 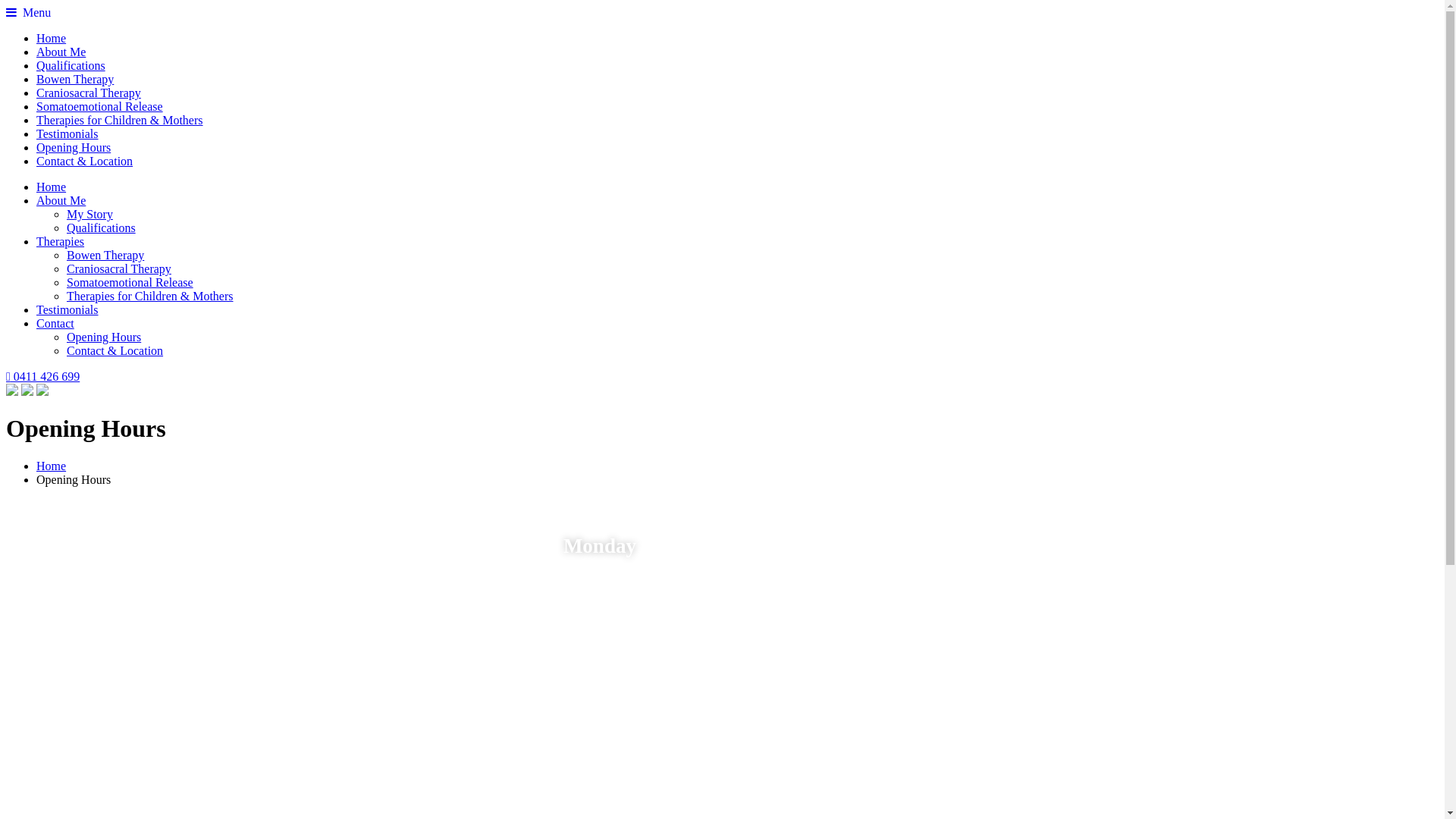 I want to click on 'Contact', so click(x=55, y=322).